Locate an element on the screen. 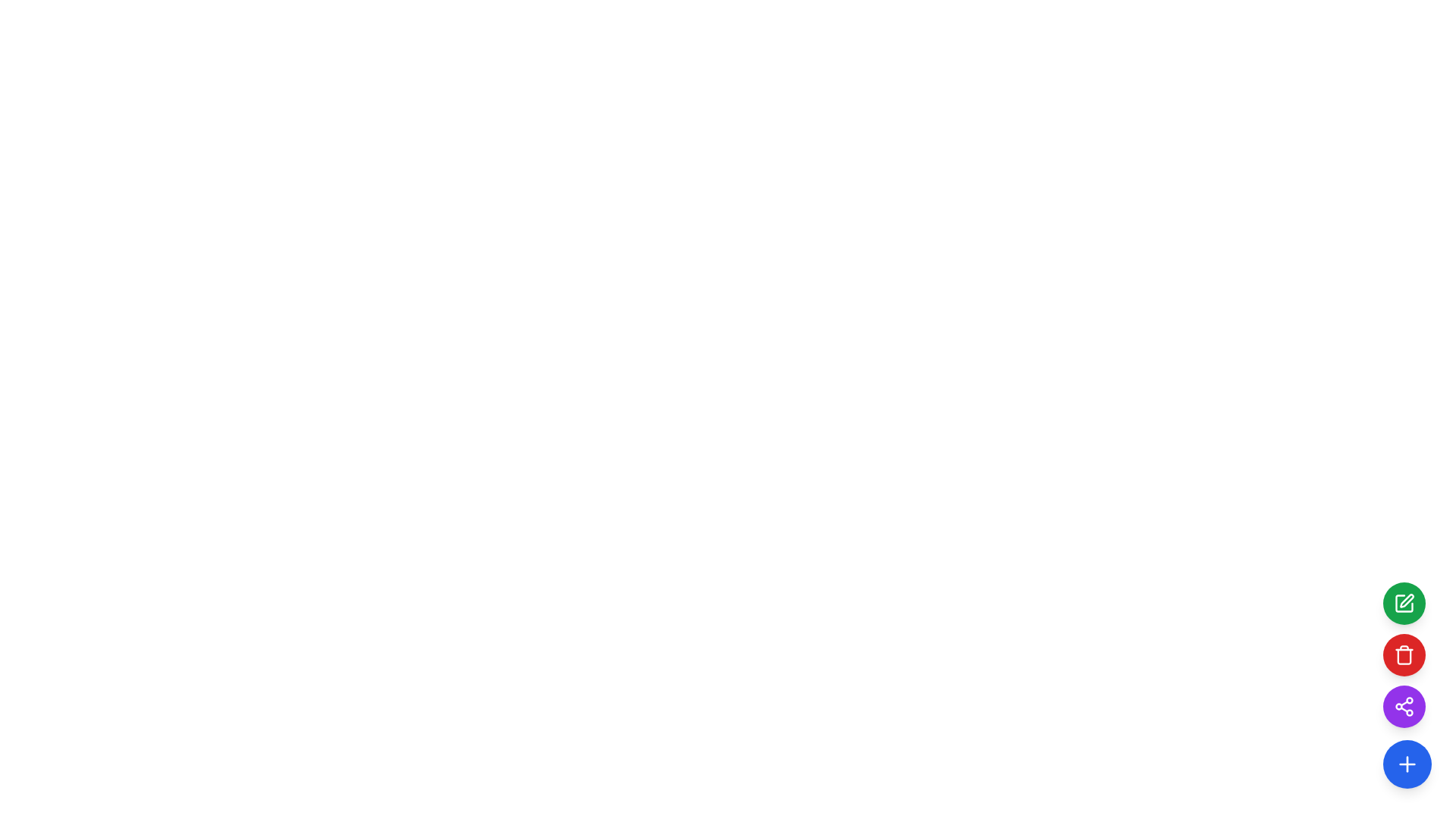  the 'Add' button located at the bottom of a vertical set of four circular buttons in the bottom-right corner of the interface, which has a plus (+) icon is located at coordinates (1407, 764).